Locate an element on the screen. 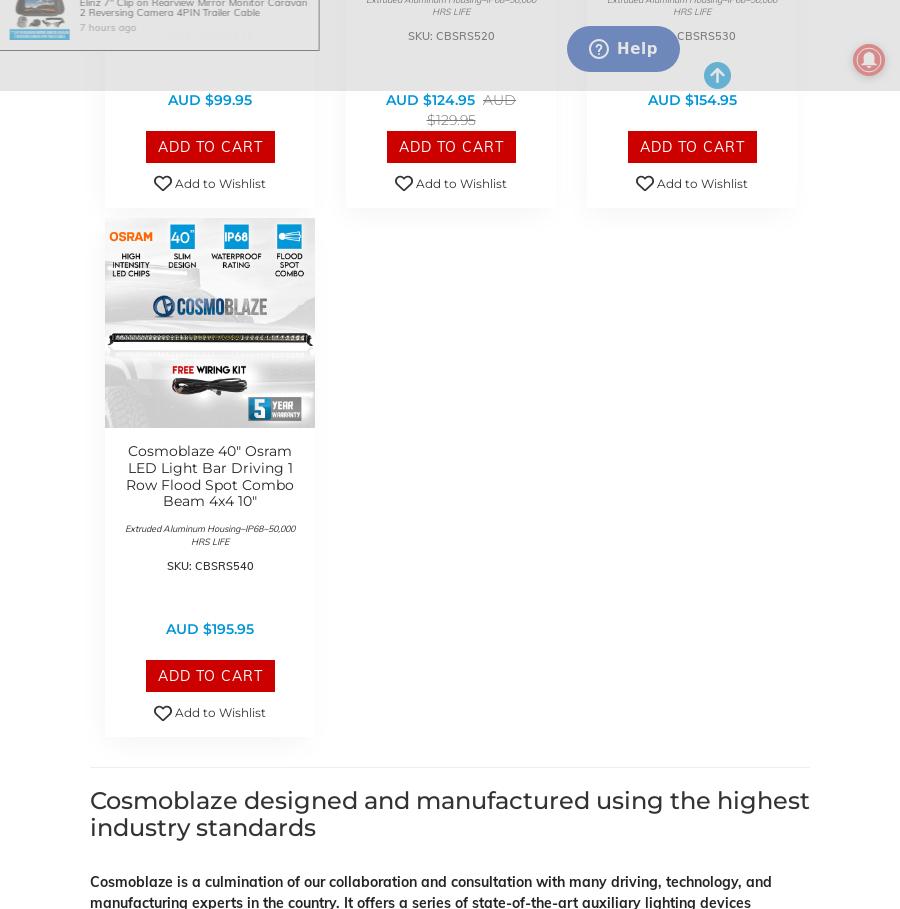 The width and height of the screenshot is (900, 909). 'AUD $154.95' is located at coordinates (690, 97).